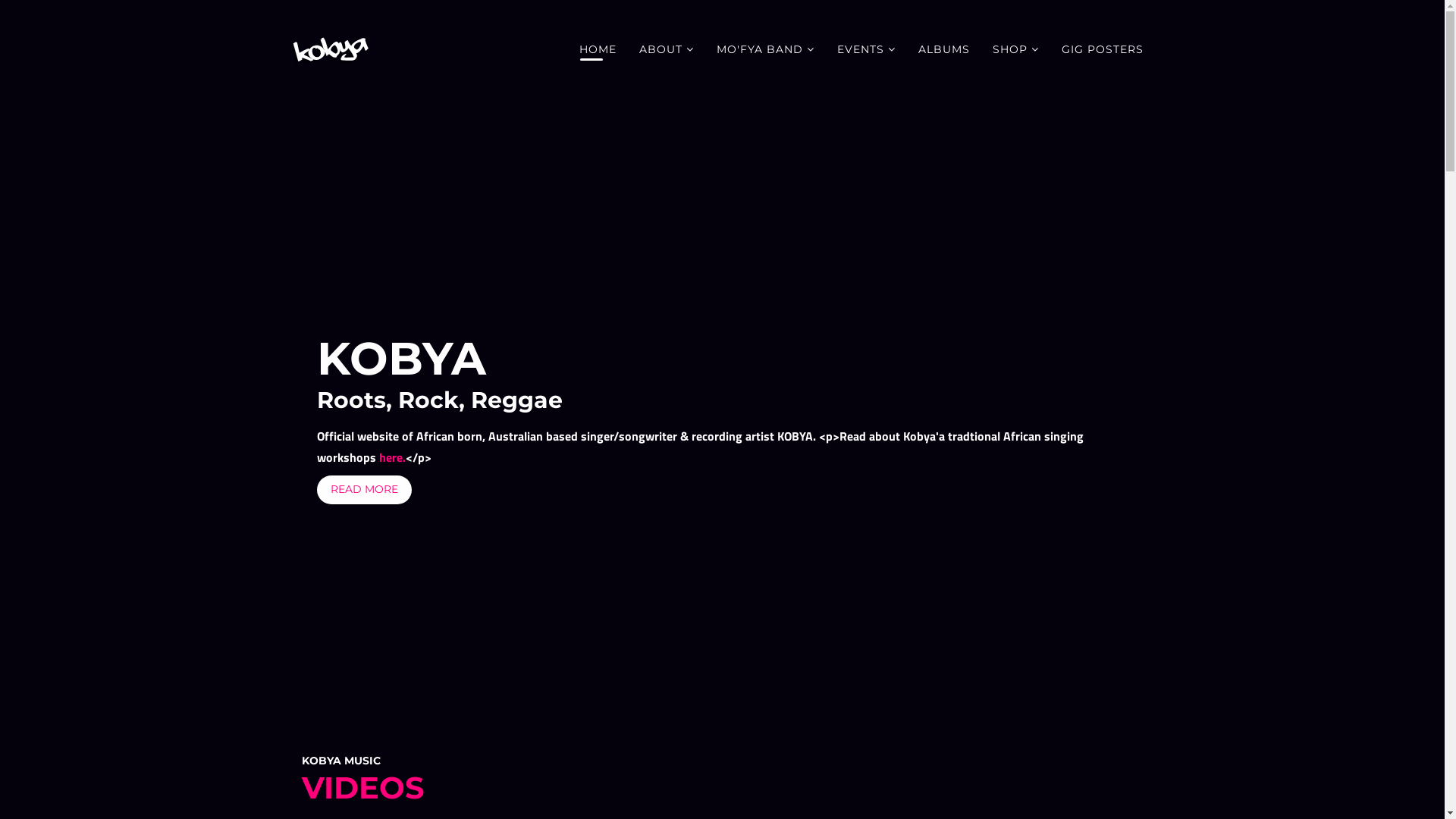  What do you see at coordinates (566, 49) in the screenshot?
I see `'HOME'` at bounding box center [566, 49].